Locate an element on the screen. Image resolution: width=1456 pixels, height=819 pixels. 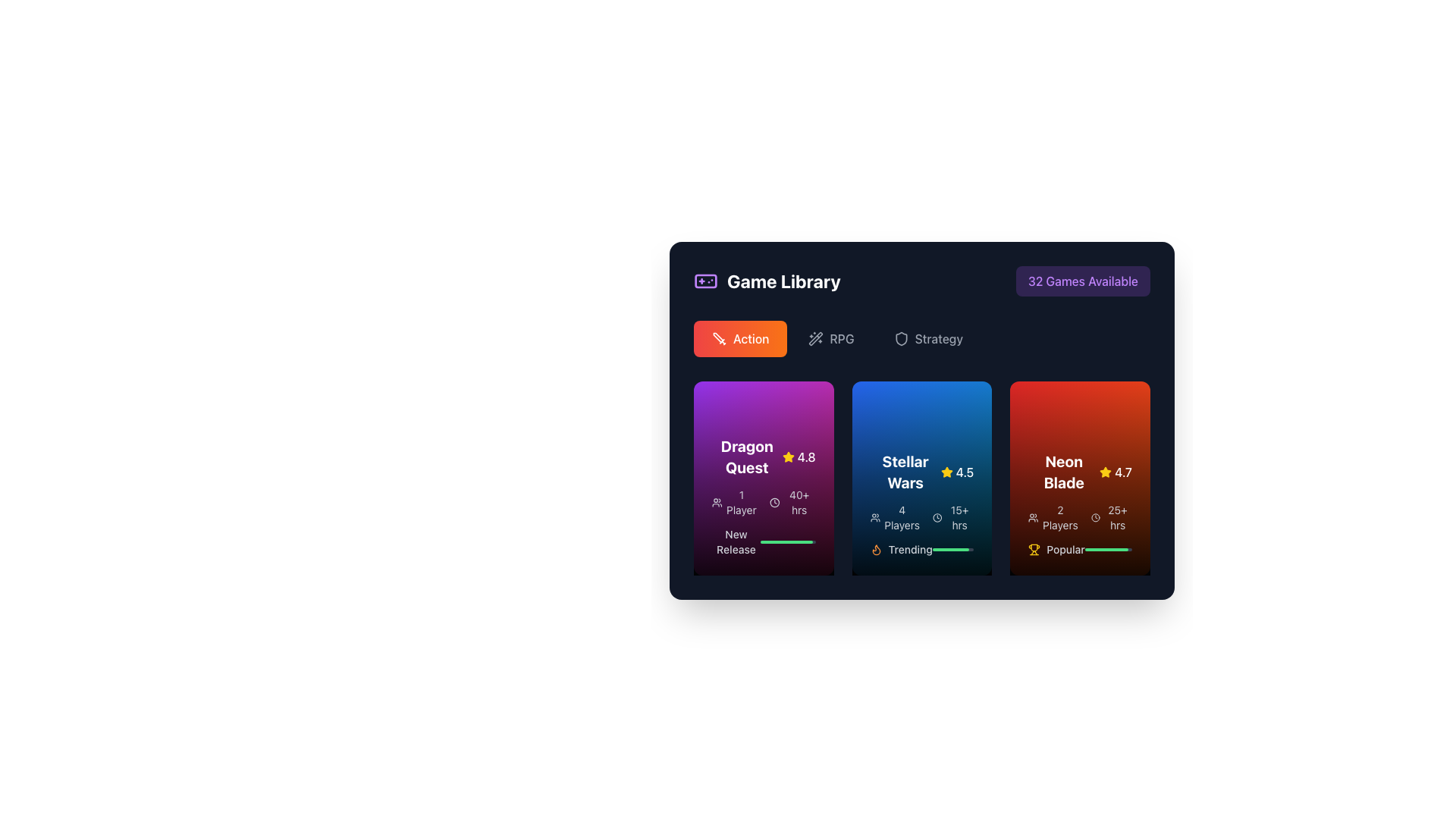
the informational text about the game 'Dragon Quest' that displays the number of players and gameplay duration, located below the title and rating section is located at coordinates (764, 503).